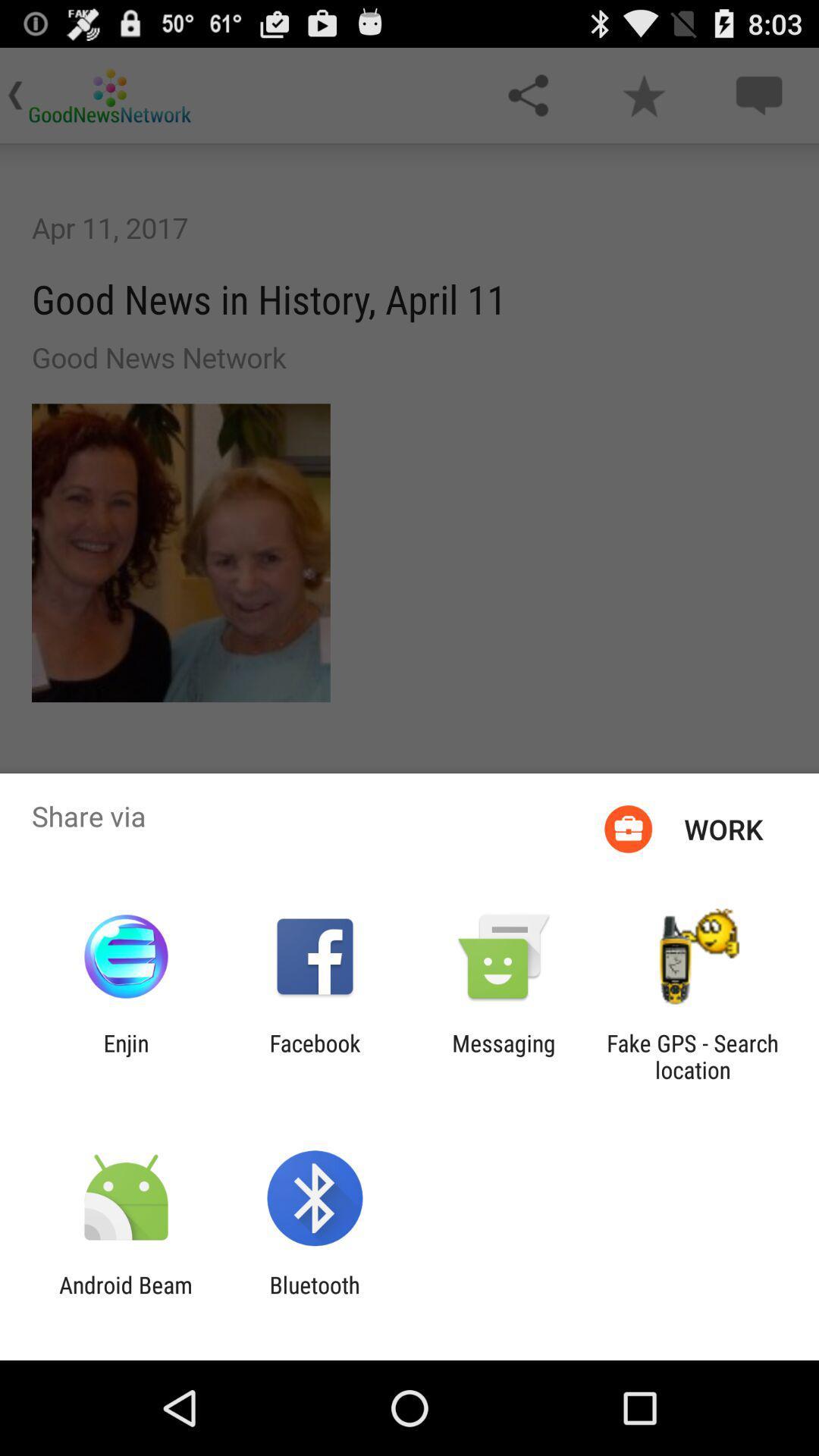 The width and height of the screenshot is (819, 1456). What do you see at coordinates (125, 1056) in the screenshot?
I see `icon next to facebook icon` at bounding box center [125, 1056].